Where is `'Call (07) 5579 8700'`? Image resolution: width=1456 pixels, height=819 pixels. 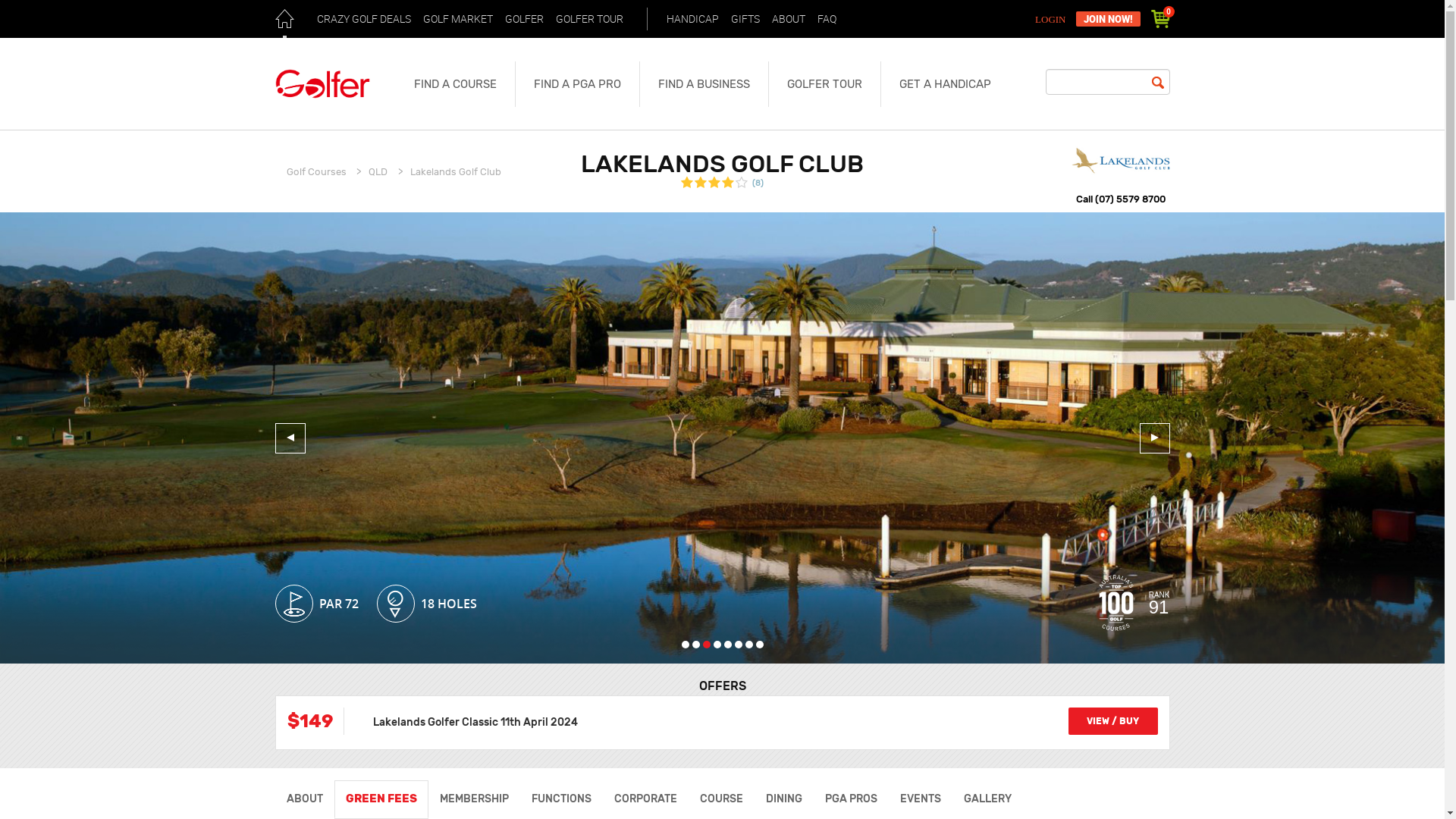 'Call (07) 5579 8700' is located at coordinates (1120, 199).